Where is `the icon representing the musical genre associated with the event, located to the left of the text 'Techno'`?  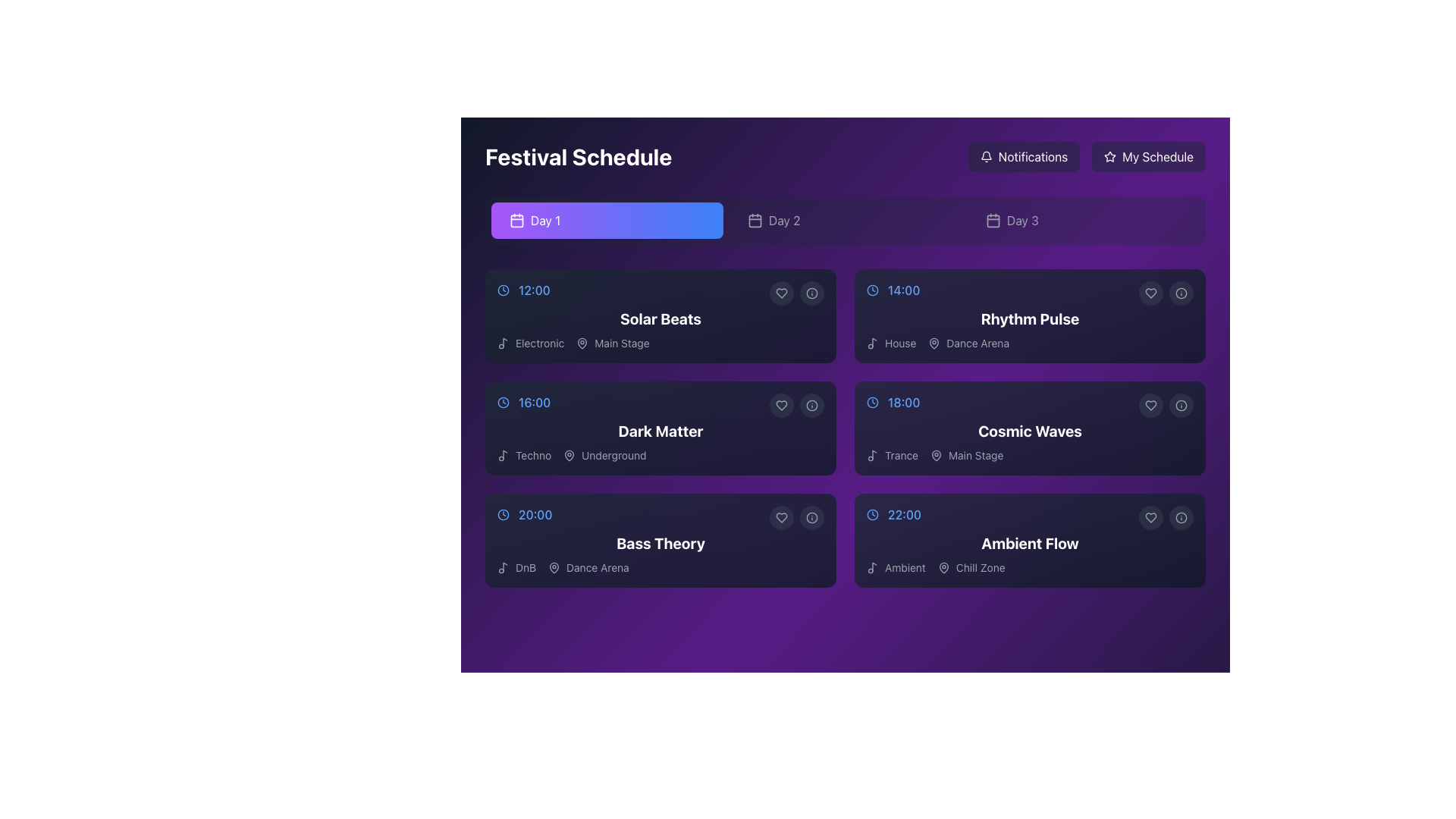 the icon representing the musical genre associated with the event, located to the left of the text 'Techno' is located at coordinates (503, 455).